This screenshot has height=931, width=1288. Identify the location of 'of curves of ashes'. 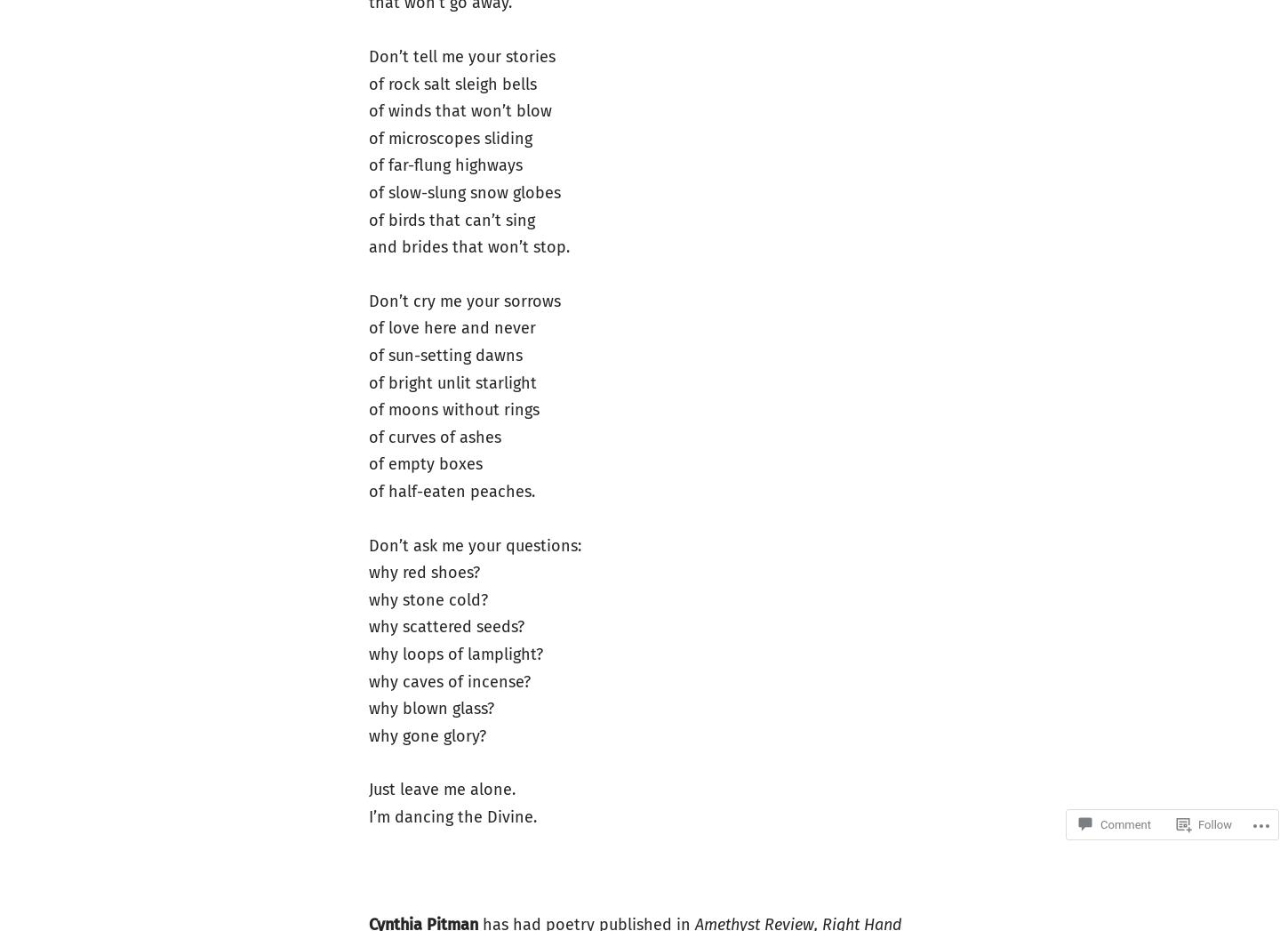
(434, 436).